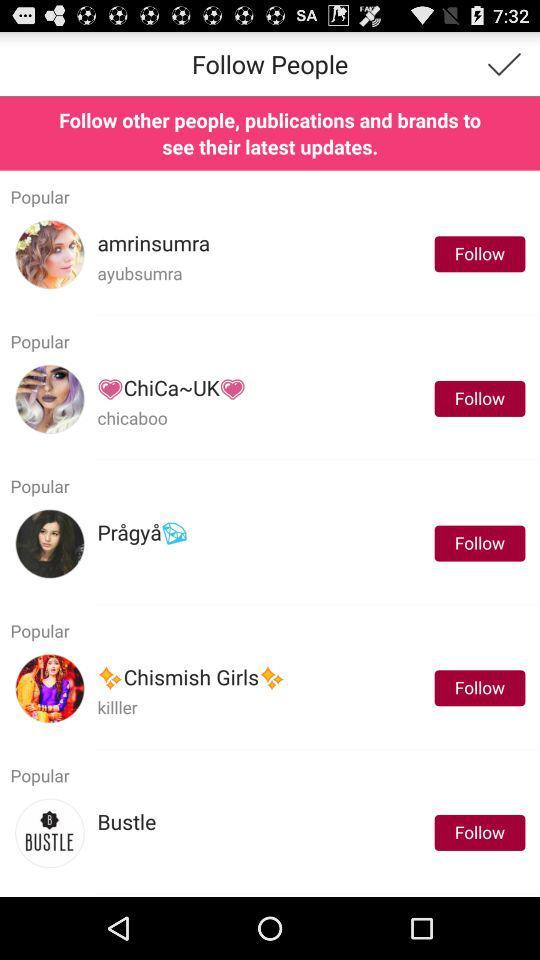 This screenshot has height=960, width=540. What do you see at coordinates (126, 822) in the screenshot?
I see `item below popular app` at bounding box center [126, 822].